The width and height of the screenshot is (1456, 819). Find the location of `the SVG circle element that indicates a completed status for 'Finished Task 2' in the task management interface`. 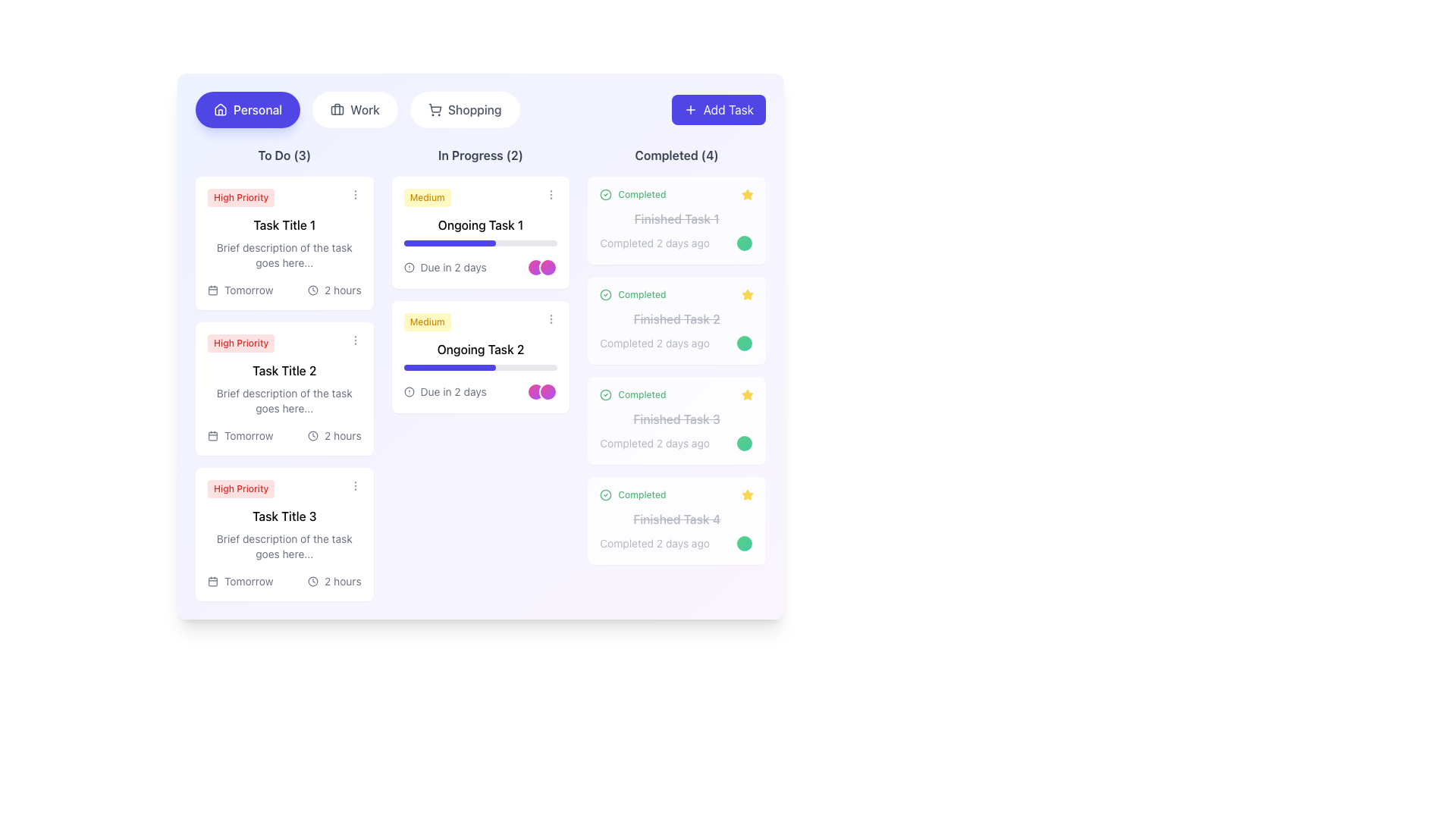

the SVG circle element that indicates a completed status for 'Finished Task 2' in the task management interface is located at coordinates (605, 394).